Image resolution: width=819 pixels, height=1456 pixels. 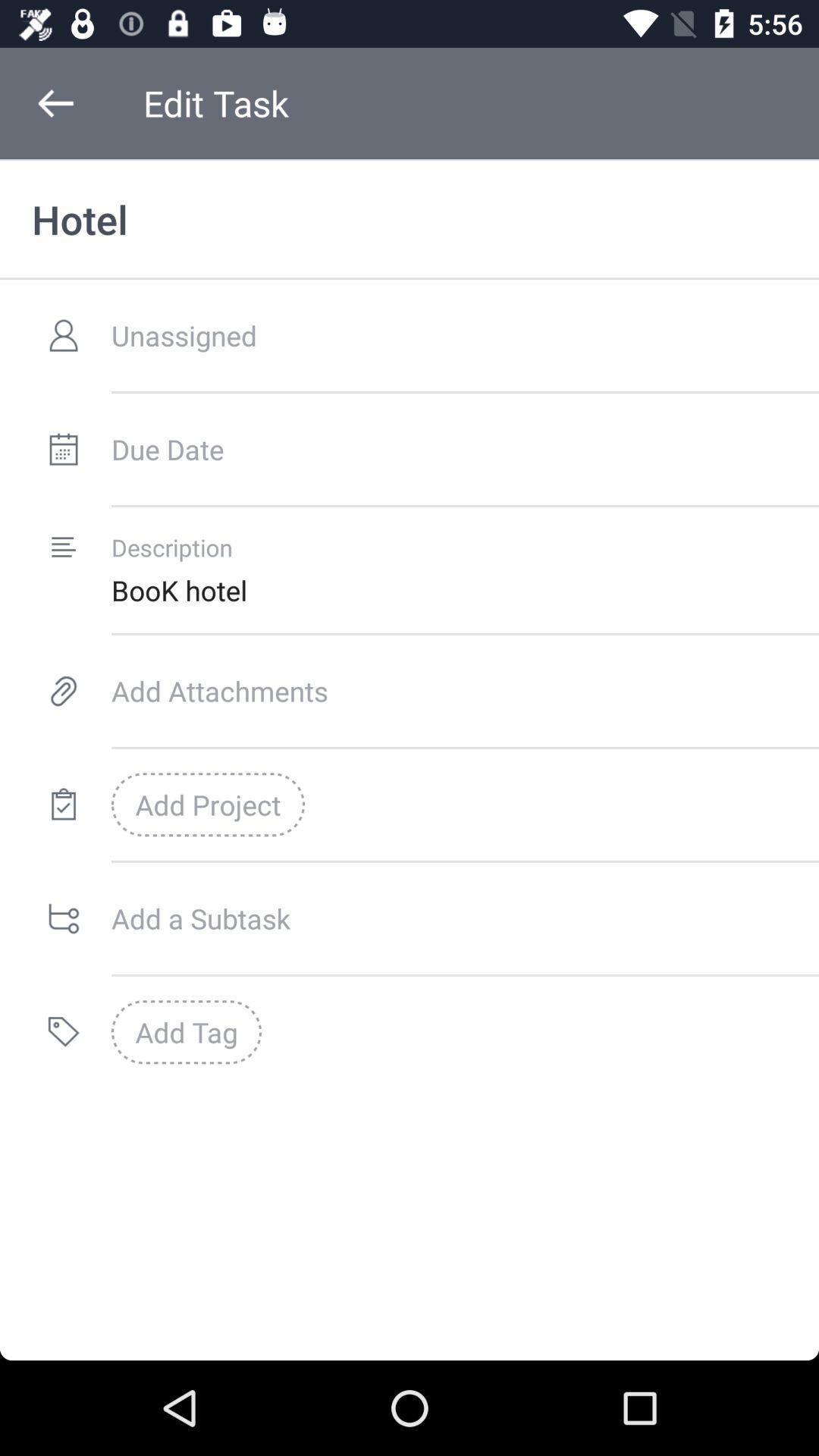 What do you see at coordinates (186, 1031) in the screenshot?
I see `the add tag` at bounding box center [186, 1031].